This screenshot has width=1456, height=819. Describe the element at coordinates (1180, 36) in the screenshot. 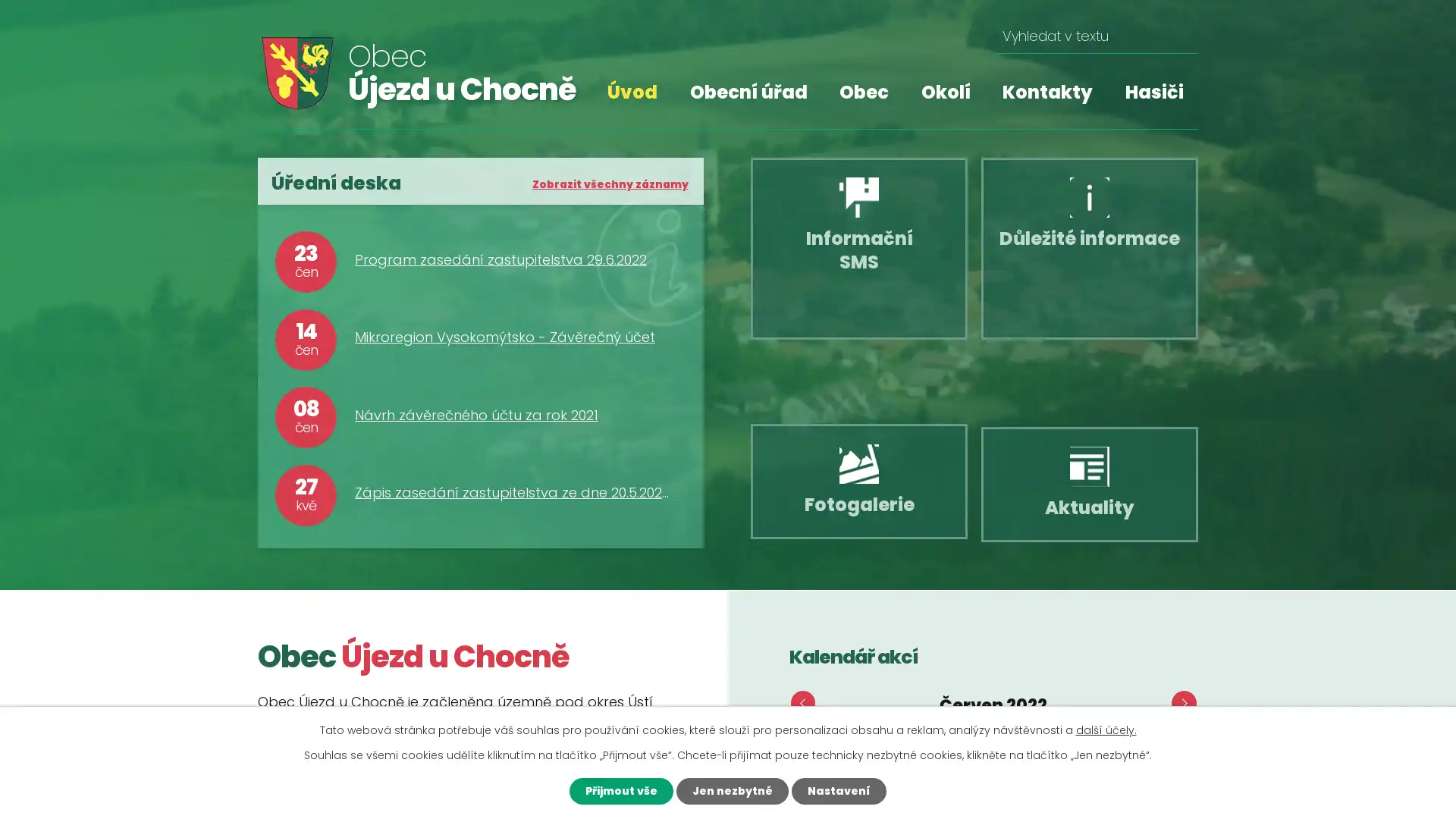

I see `Hledat` at that location.